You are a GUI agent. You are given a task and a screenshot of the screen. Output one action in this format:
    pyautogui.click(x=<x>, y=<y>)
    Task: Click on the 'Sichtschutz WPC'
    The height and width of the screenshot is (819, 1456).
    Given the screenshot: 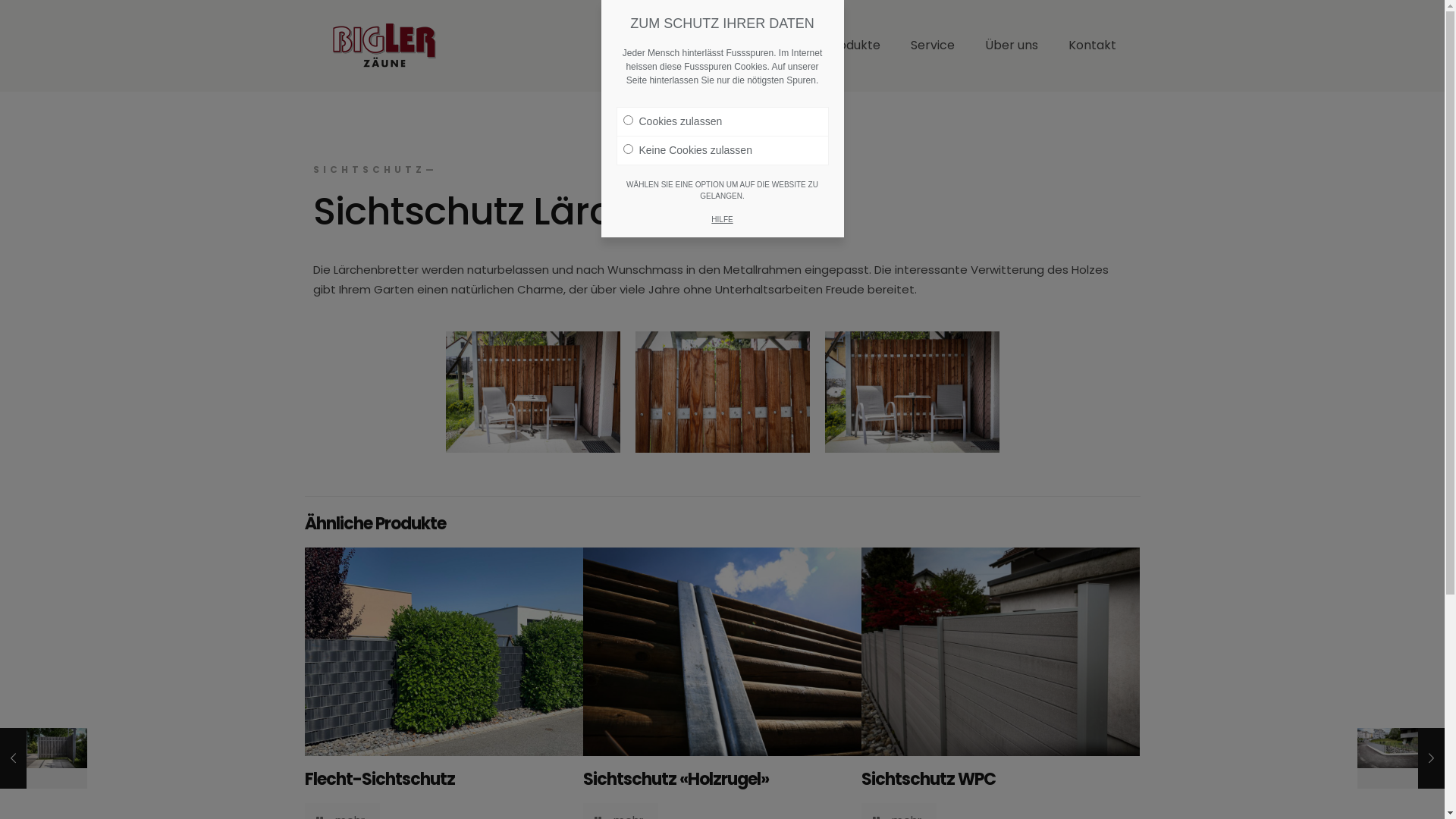 What is the action you would take?
    pyautogui.click(x=861, y=779)
    